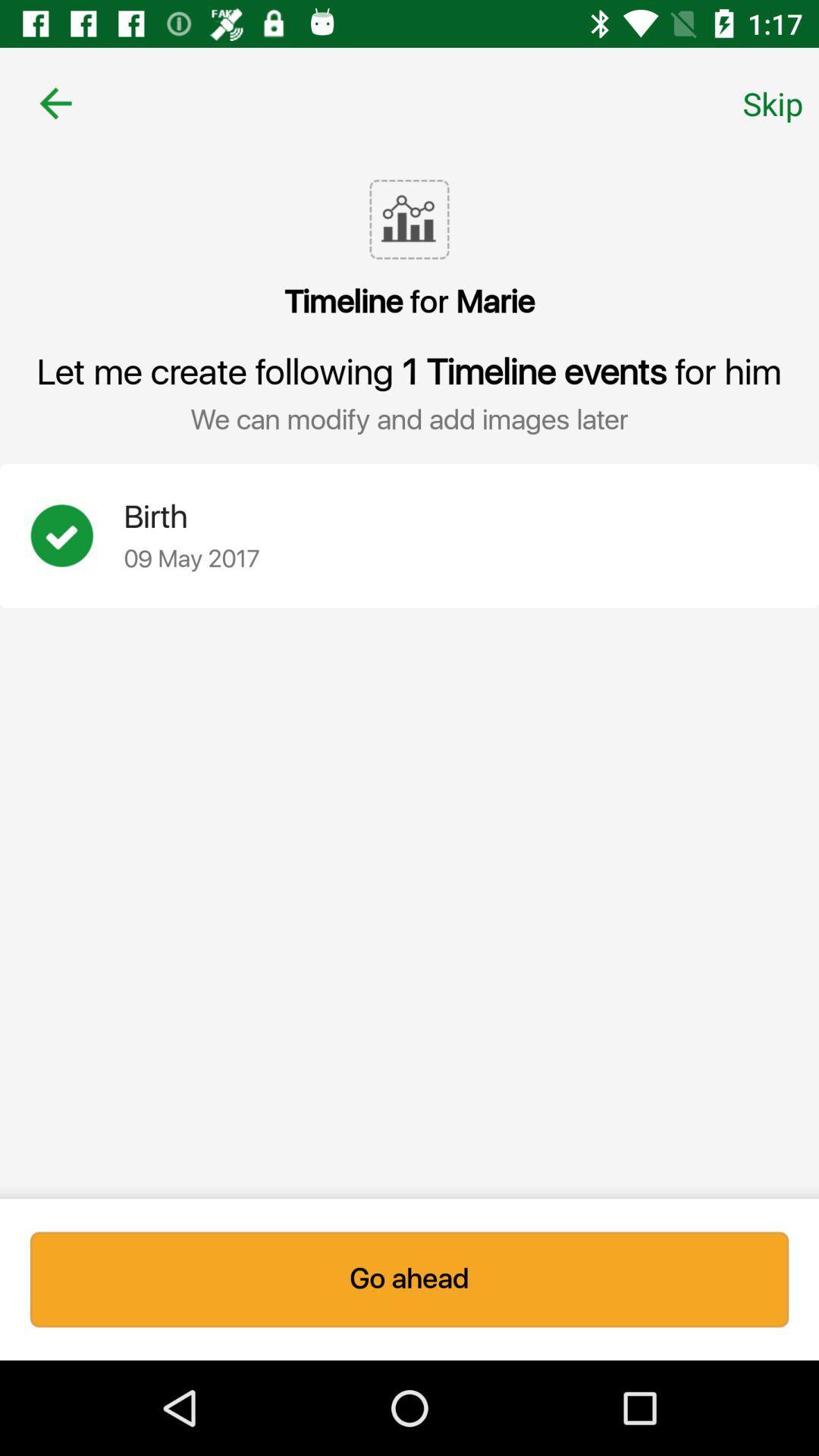 The image size is (819, 1456). I want to click on go back, so click(55, 102).